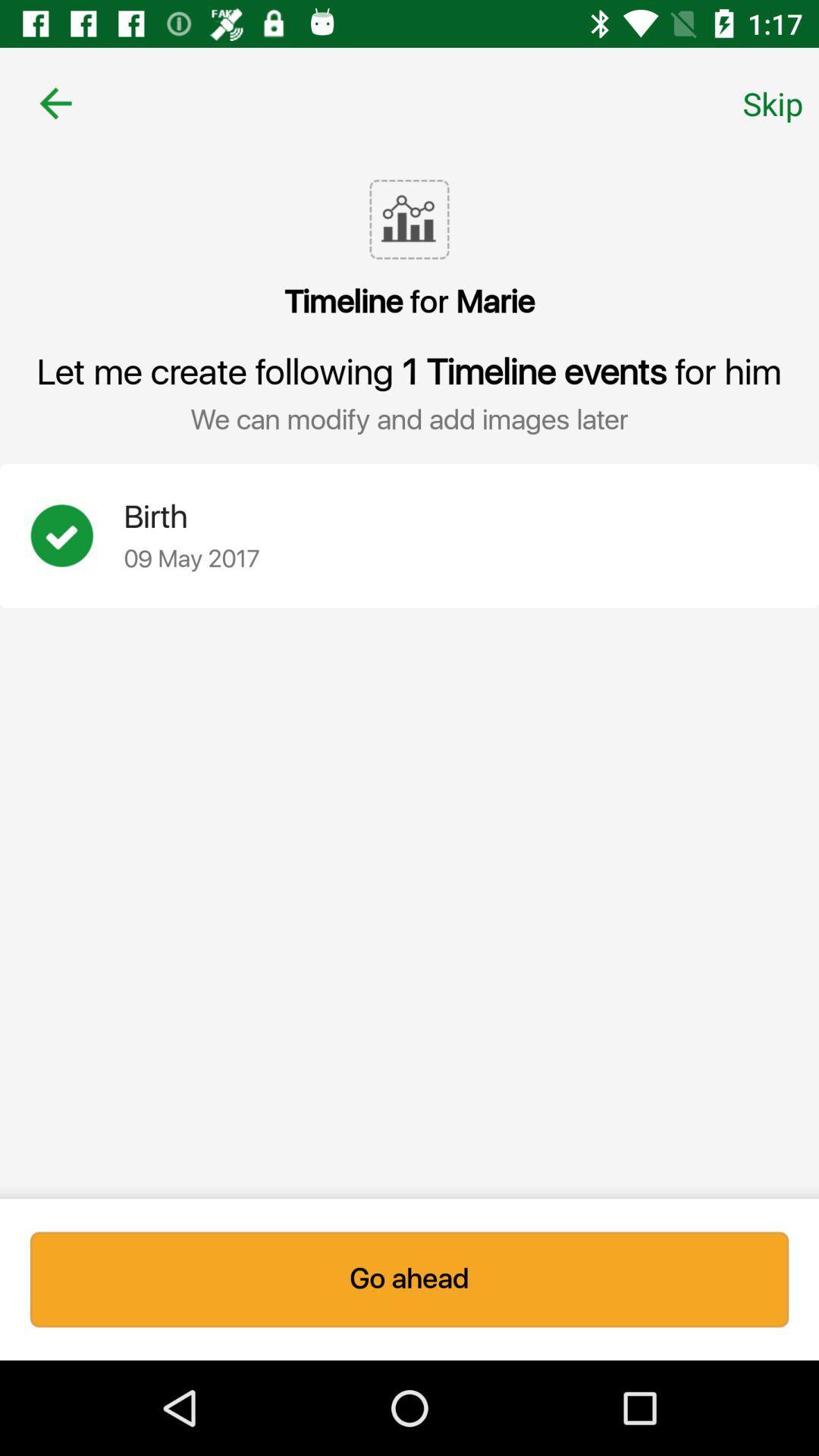 The image size is (819, 1456). I want to click on go back, so click(55, 102).